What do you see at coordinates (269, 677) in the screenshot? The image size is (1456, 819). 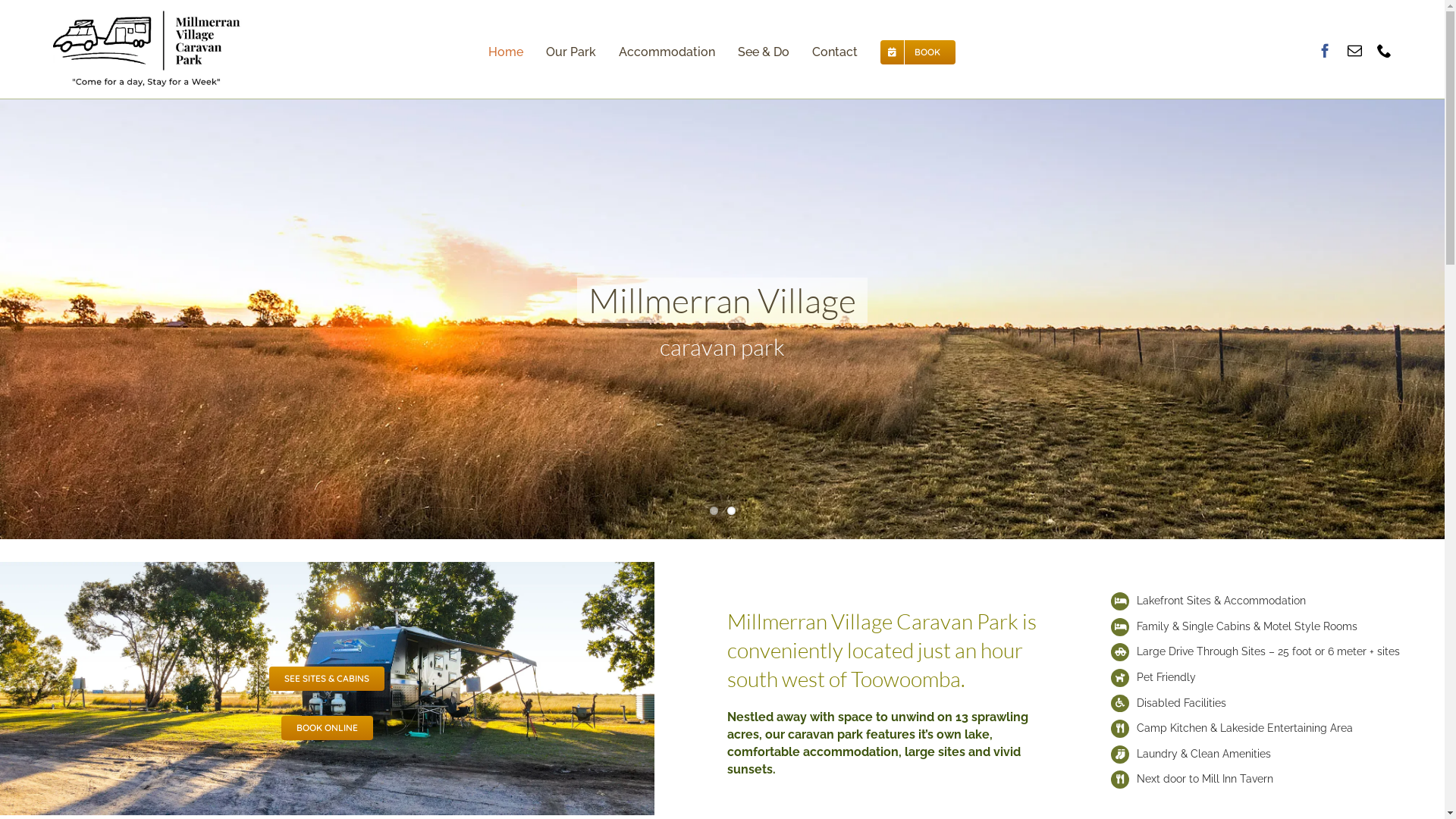 I see `'SEE SITES & CABINS'` at bounding box center [269, 677].